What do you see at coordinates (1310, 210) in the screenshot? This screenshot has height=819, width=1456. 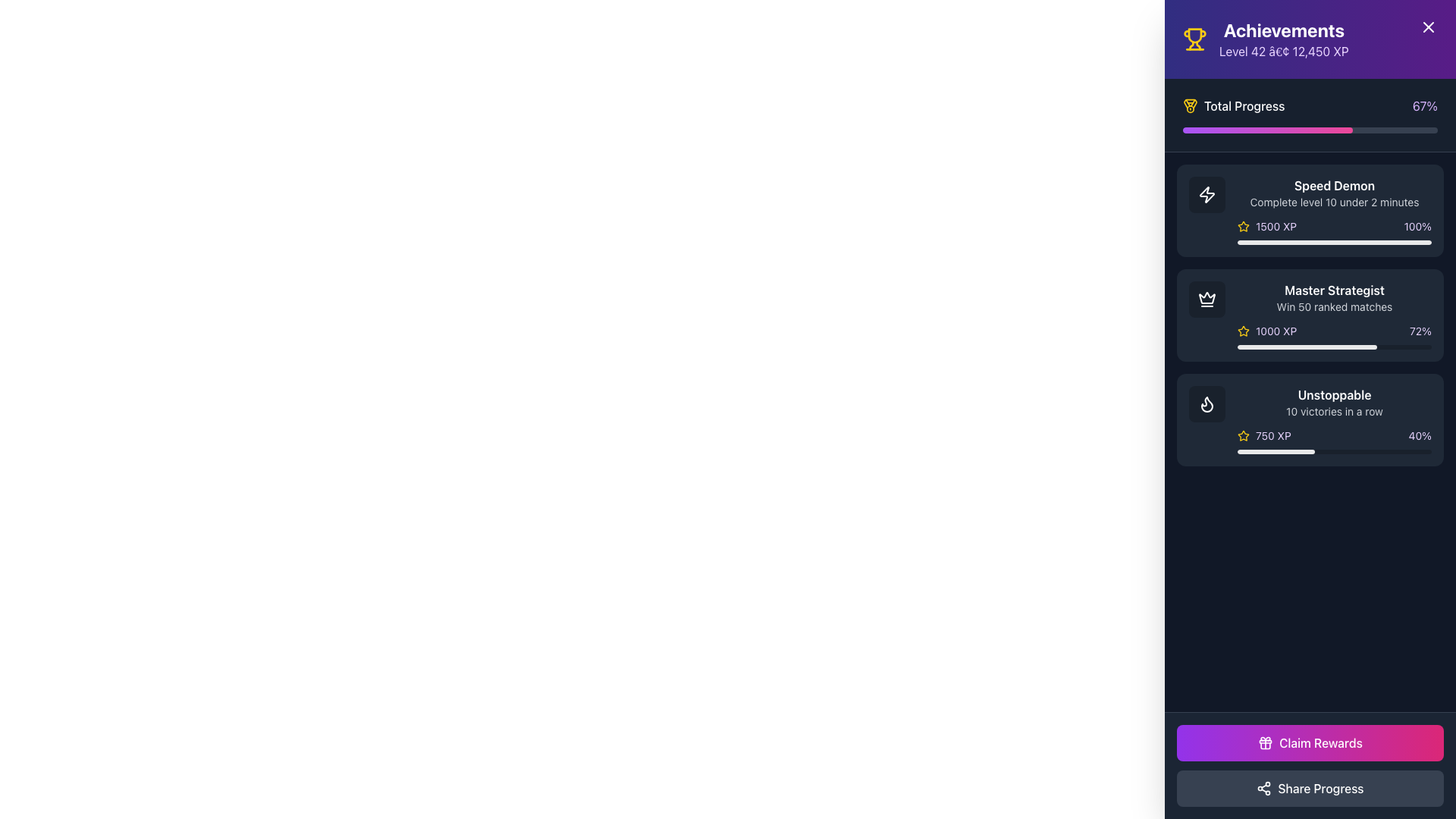 I see `the 'Speed Demon' achievement card located at the top of the vertical list in the 'Achievements' sidebar, positioned directly under the 'Total Progress' section` at bounding box center [1310, 210].